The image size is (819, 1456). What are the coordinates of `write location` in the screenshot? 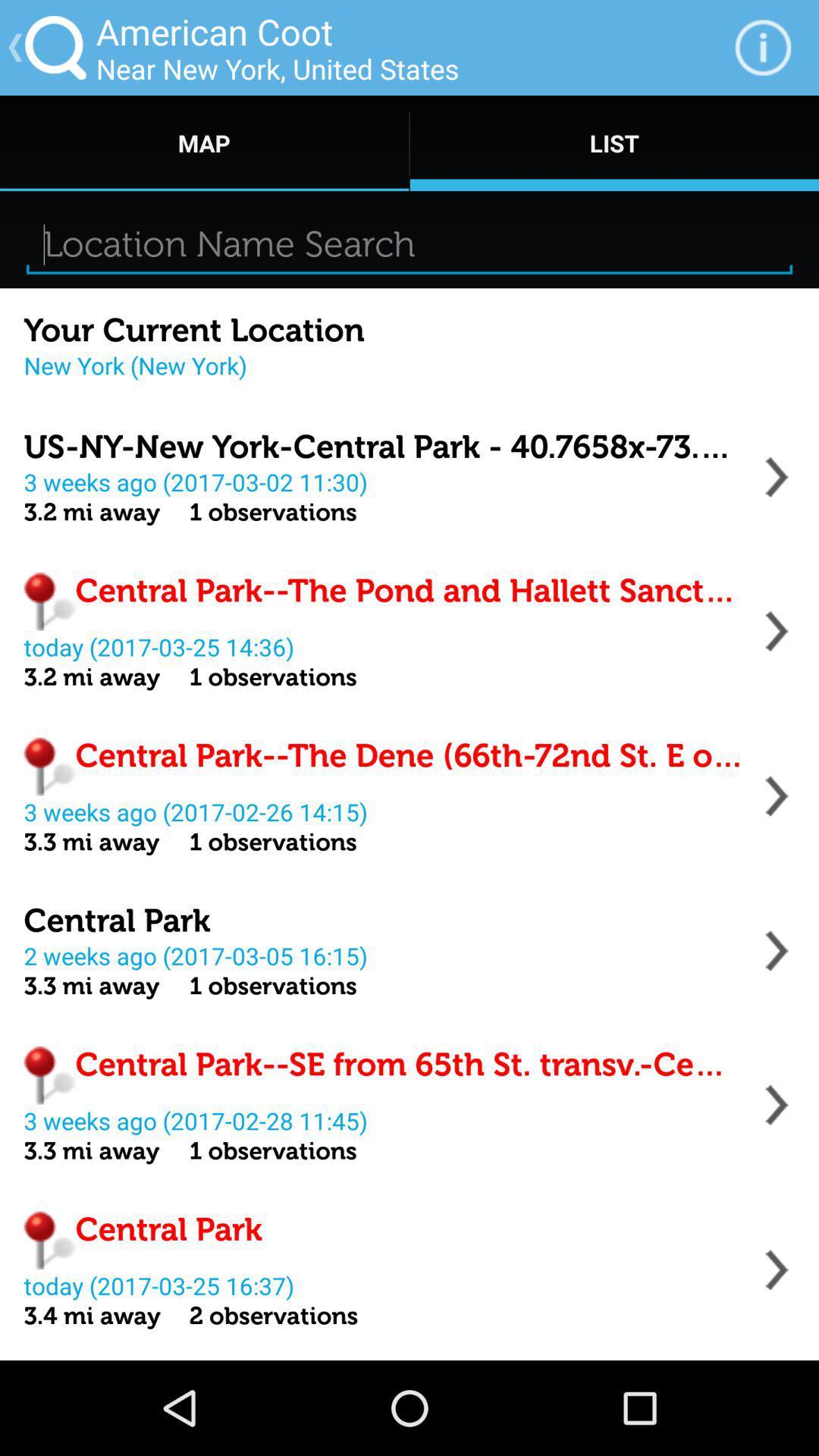 It's located at (409, 244).